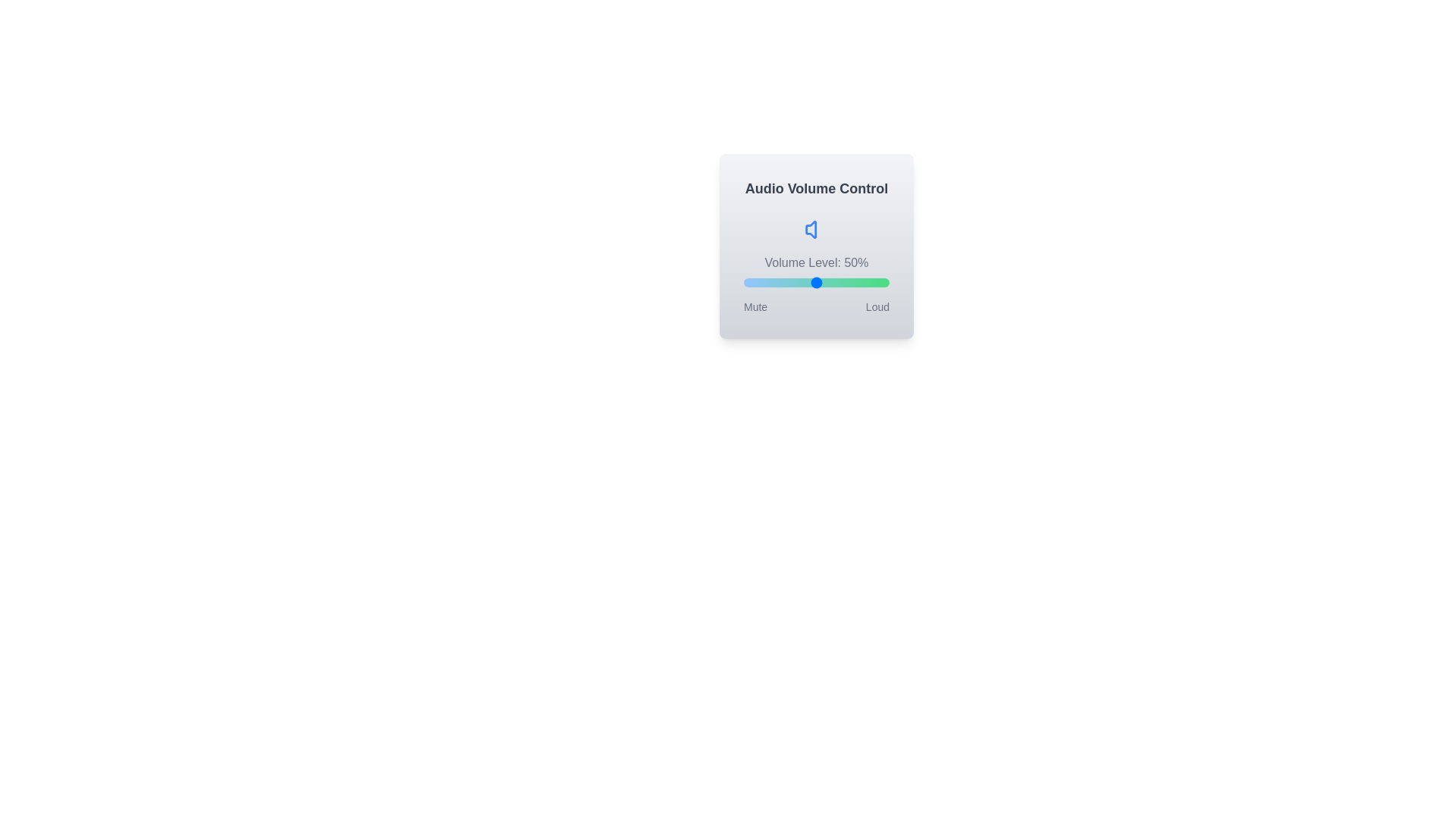  I want to click on the Loud label to interact with it, so click(877, 307).